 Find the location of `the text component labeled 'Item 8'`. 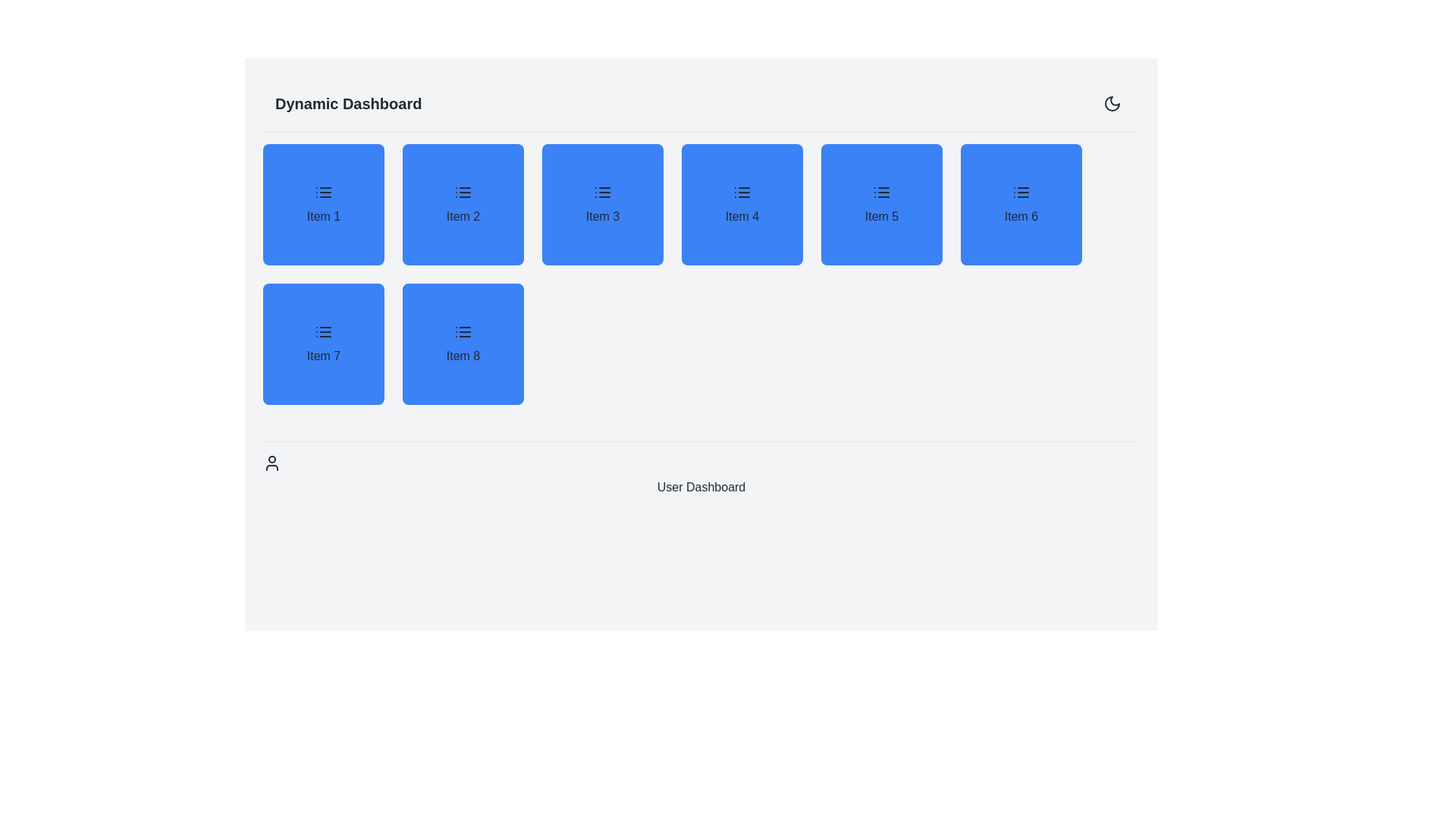

the text component labeled 'Item 8' is located at coordinates (462, 356).